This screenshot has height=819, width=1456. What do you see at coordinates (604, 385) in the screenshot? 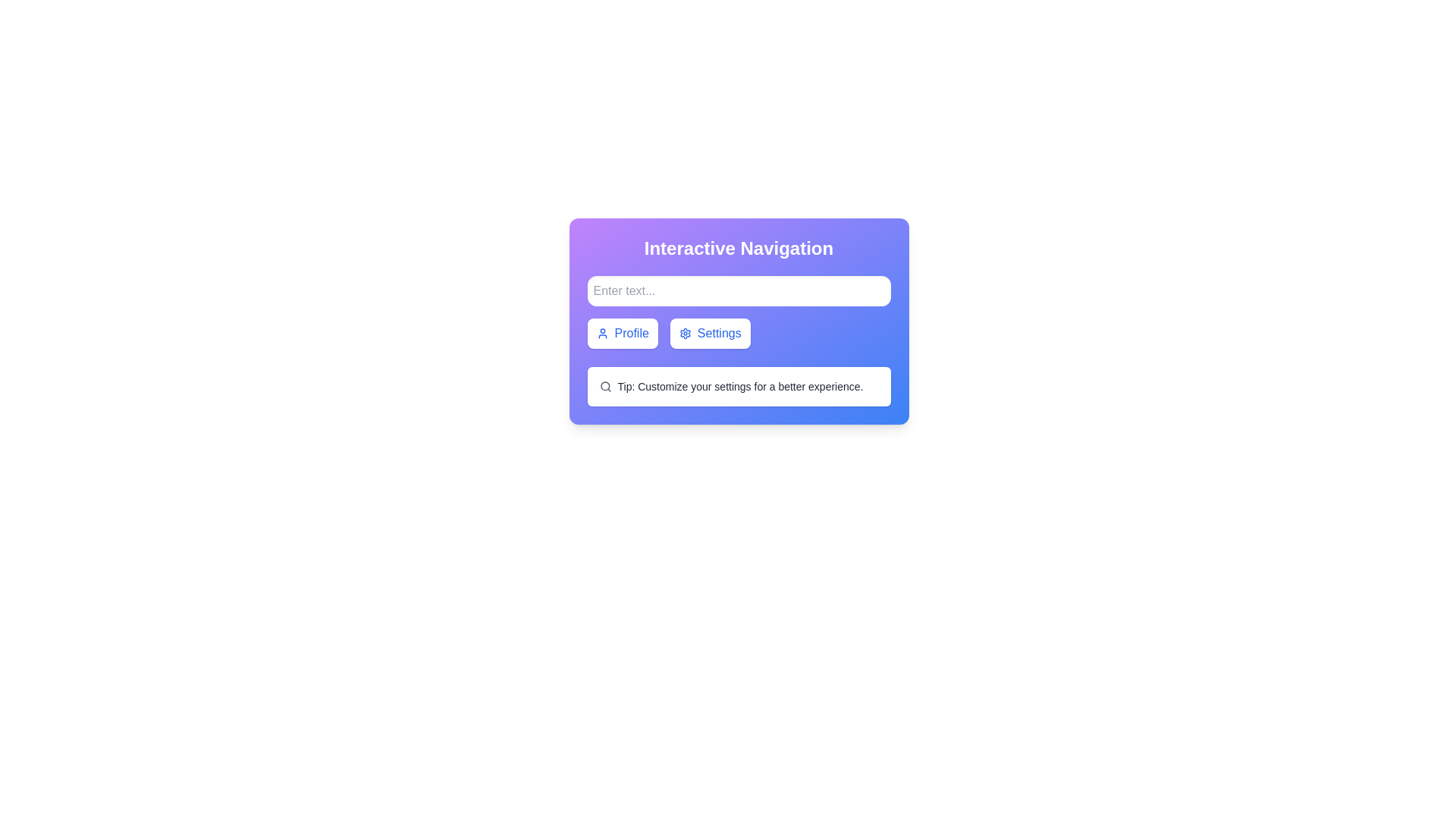
I see `the search icon located at the start of the text 'Tip: Customize your settings for a better experience.'` at bounding box center [604, 385].